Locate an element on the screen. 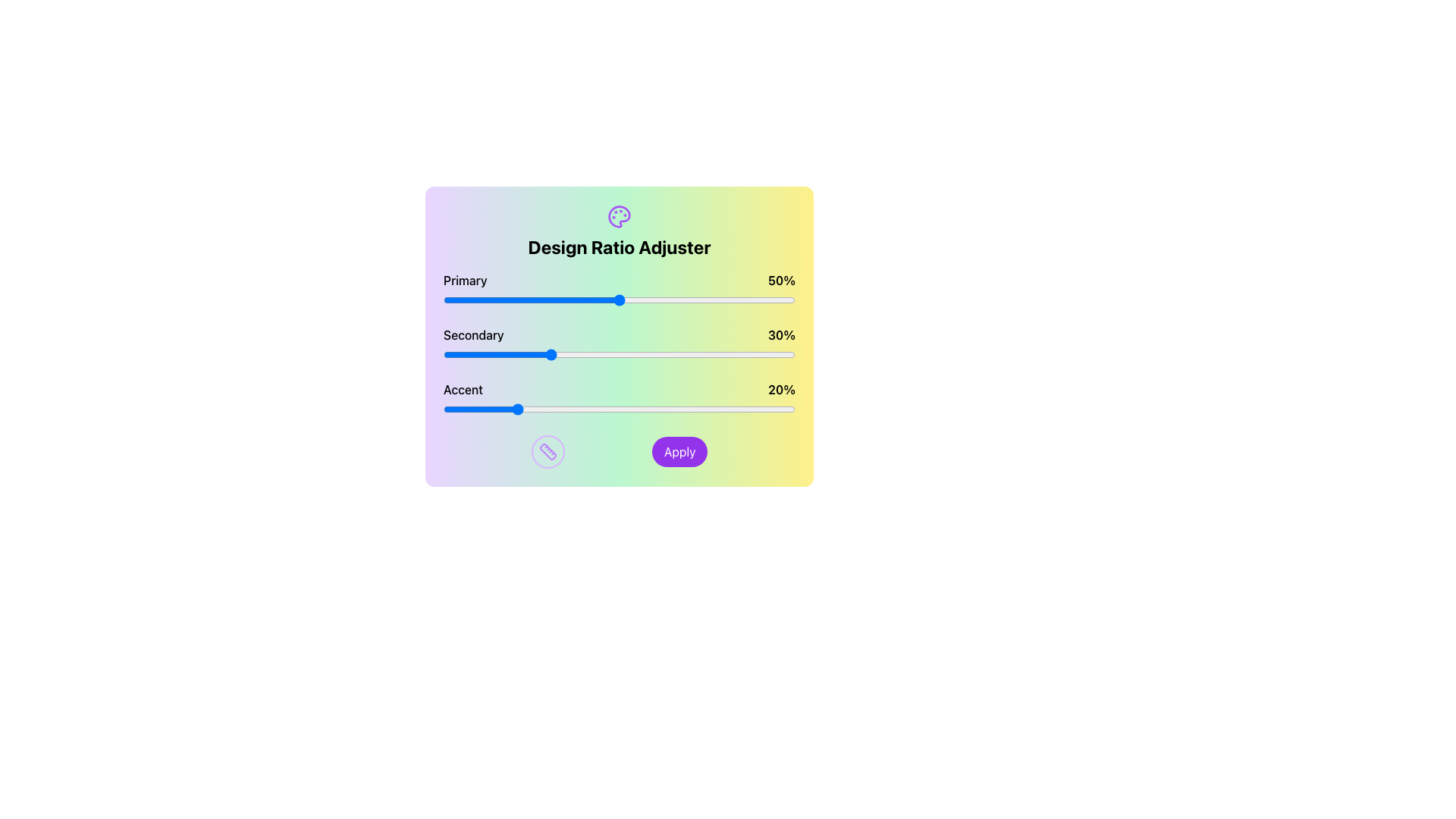 Image resolution: width=1456 pixels, height=819 pixels. the sliders in the Interactive adjustment box is located at coordinates (619, 335).